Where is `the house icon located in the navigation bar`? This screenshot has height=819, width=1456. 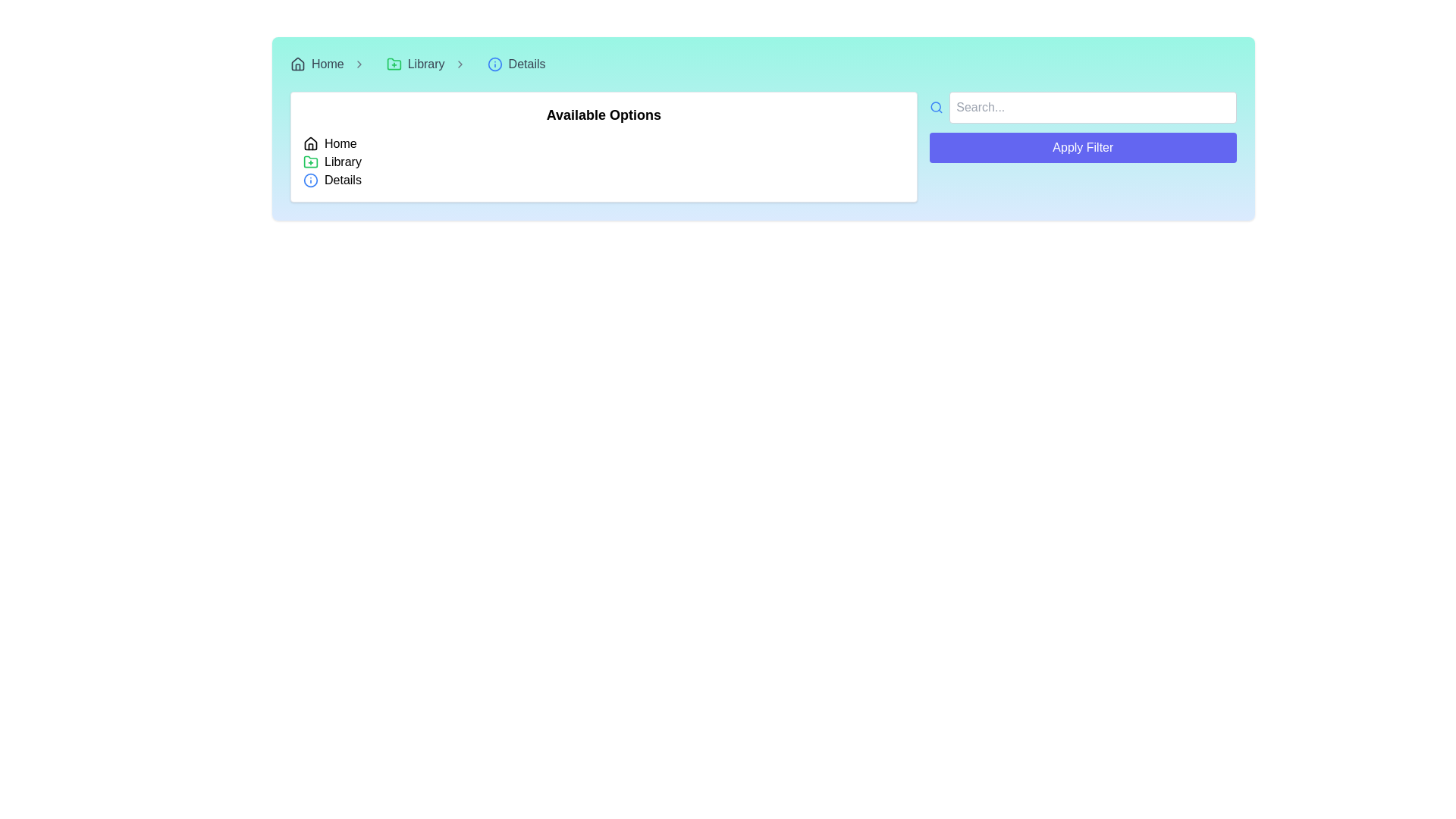 the house icon located in the navigation bar is located at coordinates (298, 63).